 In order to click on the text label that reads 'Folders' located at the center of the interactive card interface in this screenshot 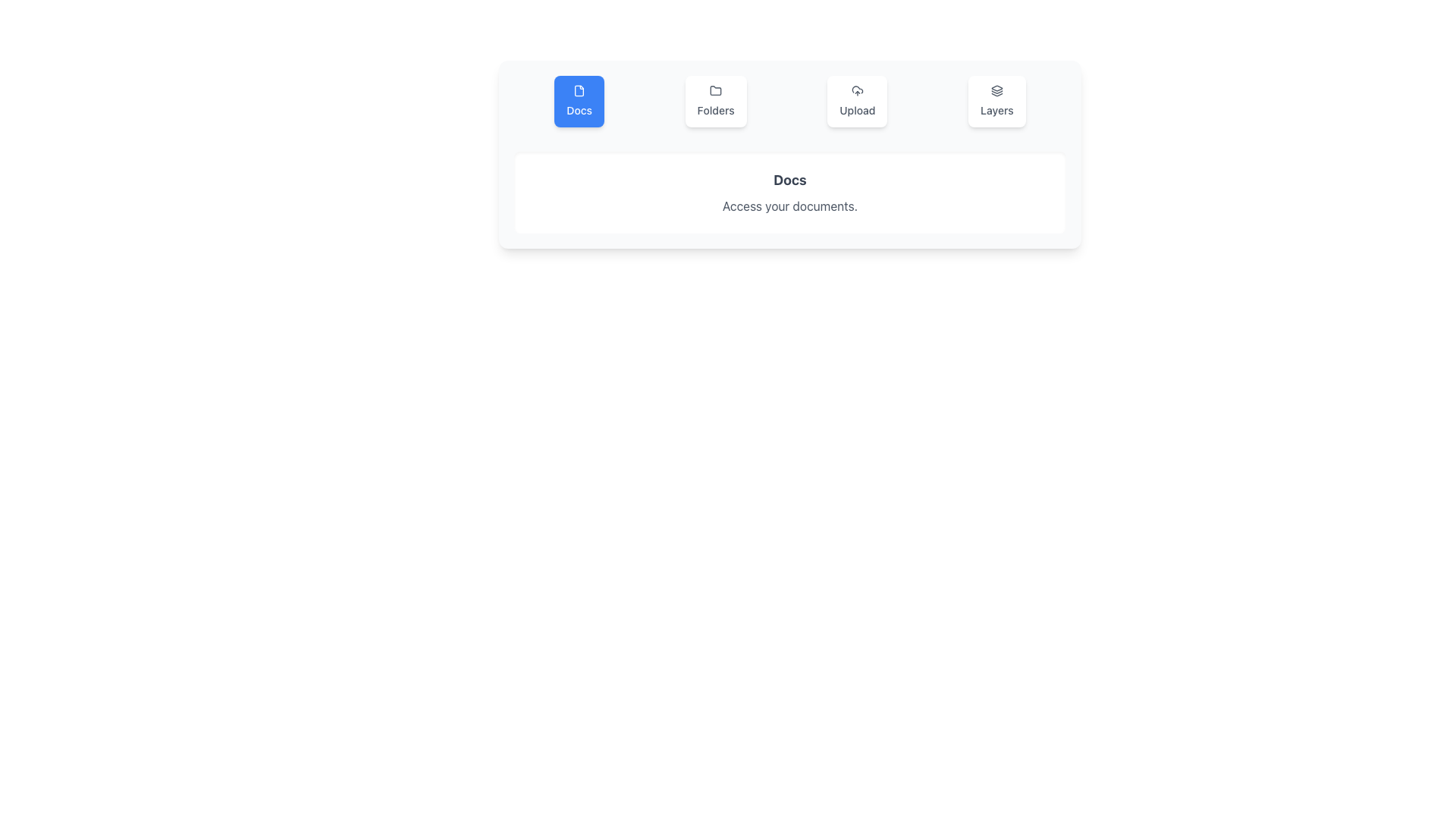, I will do `click(715, 110)`.